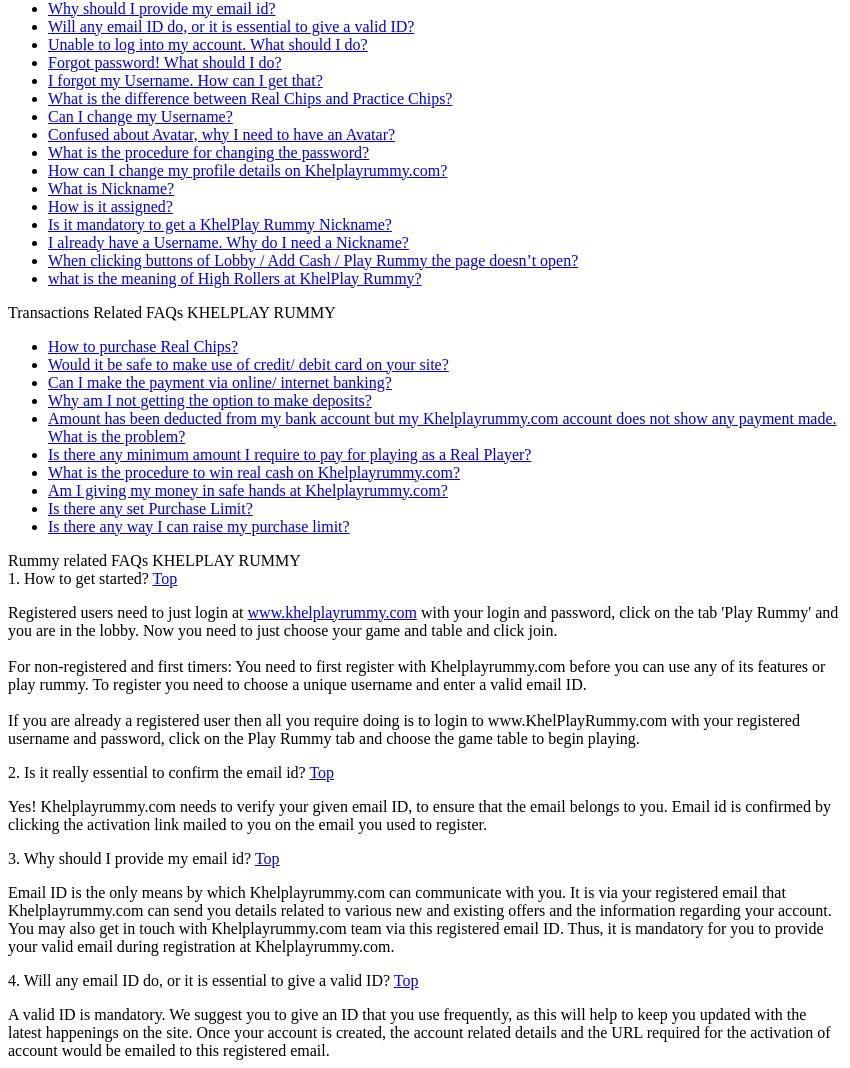  Describe the element at coordinates (207, 151) in the screenshot. I see `'What is the procedure for changing the password?'` at that location.